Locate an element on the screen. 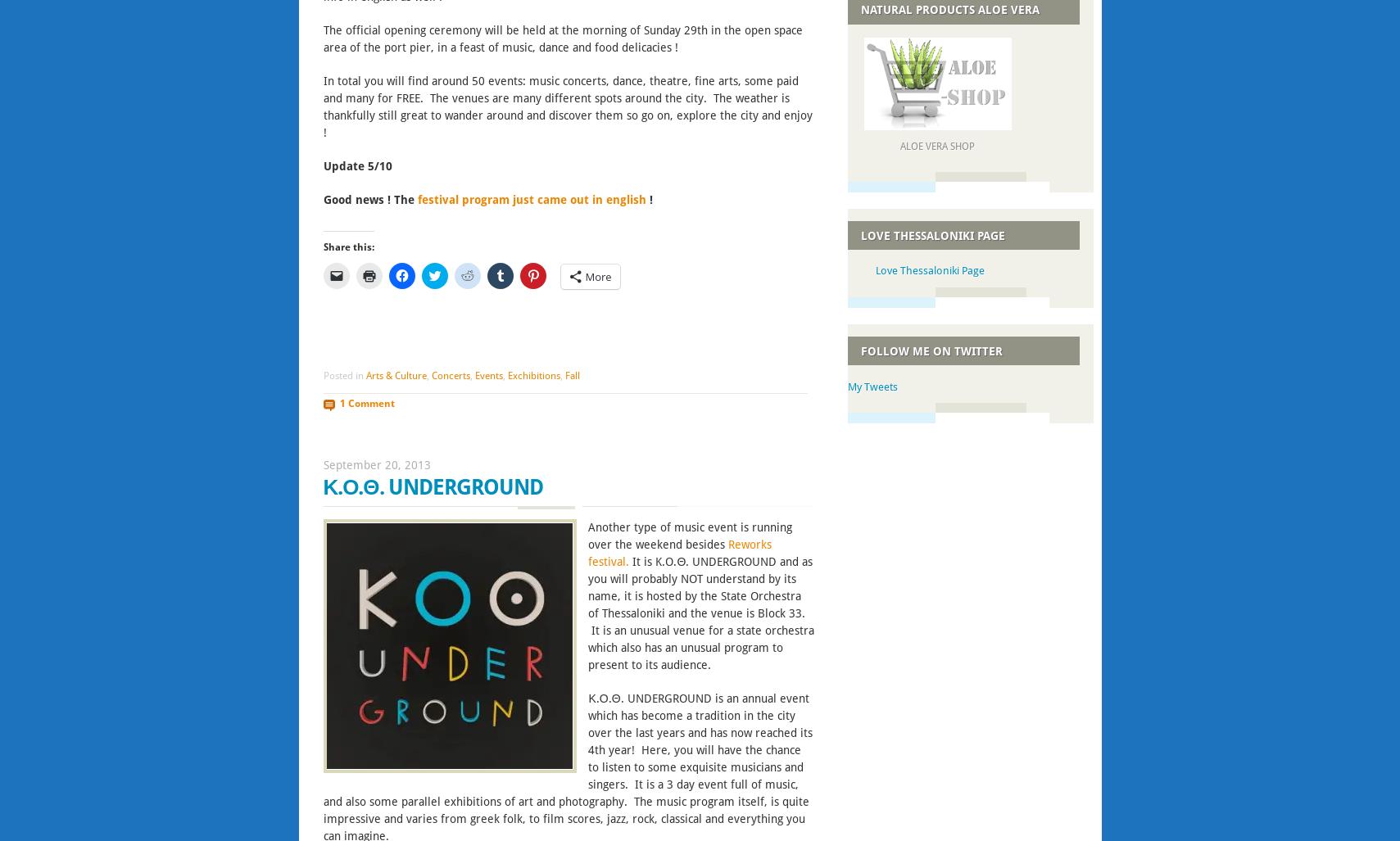 The height and width of the screenshot is (841, 1400). 'Follow me on Twitter' is located at coordinates (931, 349).